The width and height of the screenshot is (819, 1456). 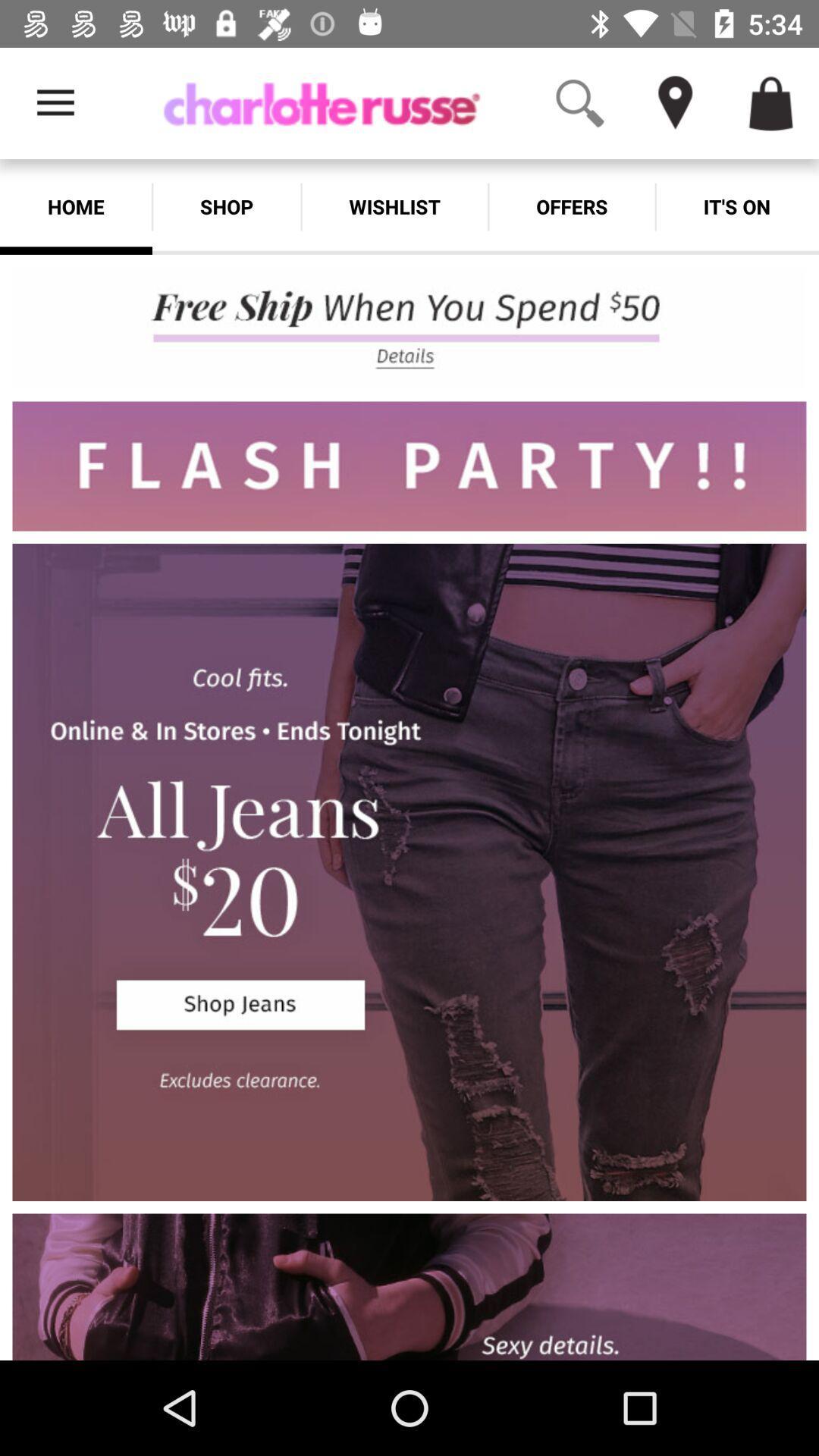 I want to click on the icon next to the shop app, so click(x=394, y=206).